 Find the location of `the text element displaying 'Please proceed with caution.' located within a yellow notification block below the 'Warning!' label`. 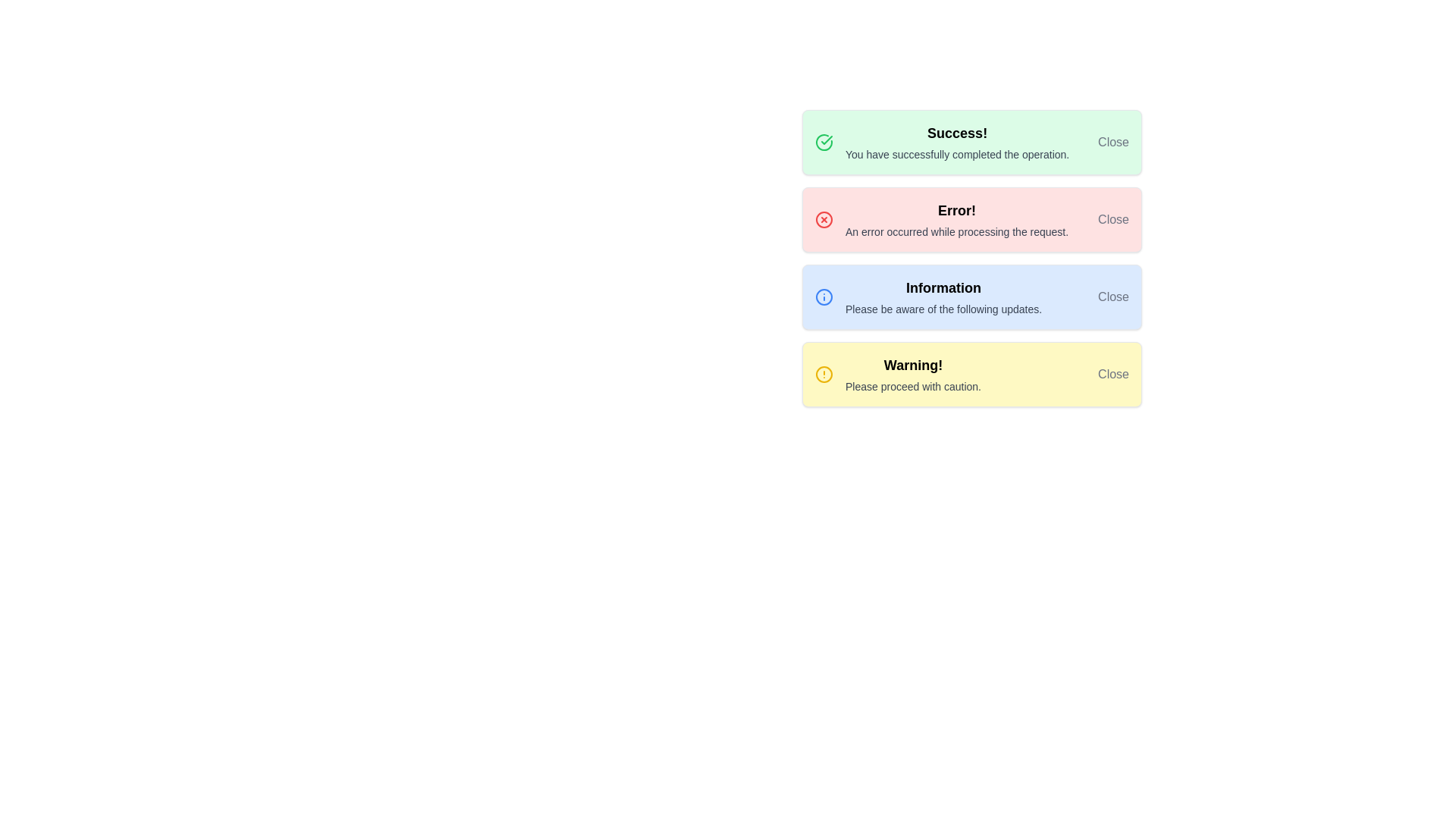

the text element displaying 'Please proceed with caution.' located within a yellow notification block below the 'Warning!' label is located at coordinates (912, 385).